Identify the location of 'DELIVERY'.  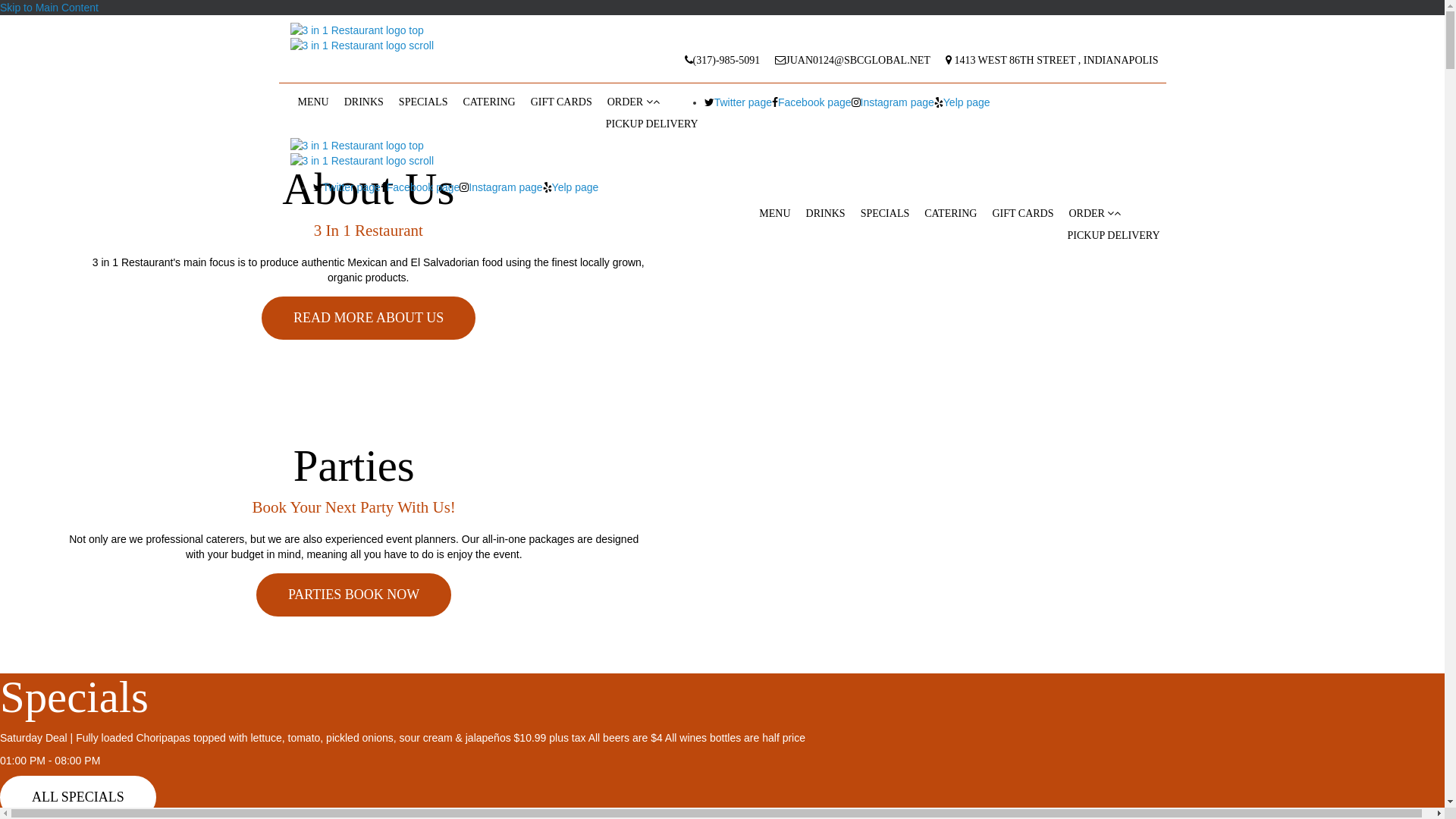
(645, 123).